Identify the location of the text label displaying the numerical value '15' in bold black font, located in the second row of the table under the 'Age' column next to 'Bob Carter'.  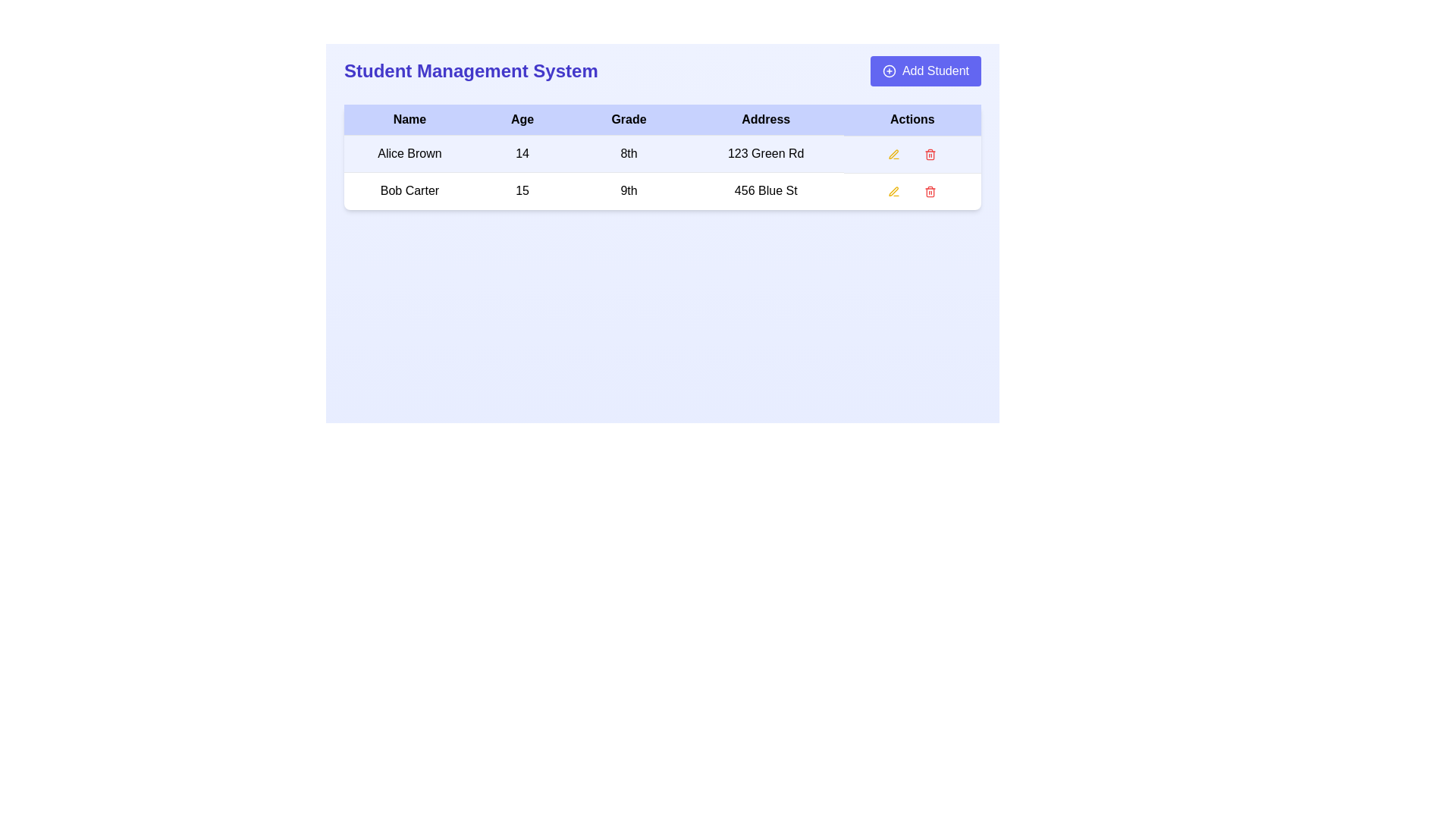
(522, 190).